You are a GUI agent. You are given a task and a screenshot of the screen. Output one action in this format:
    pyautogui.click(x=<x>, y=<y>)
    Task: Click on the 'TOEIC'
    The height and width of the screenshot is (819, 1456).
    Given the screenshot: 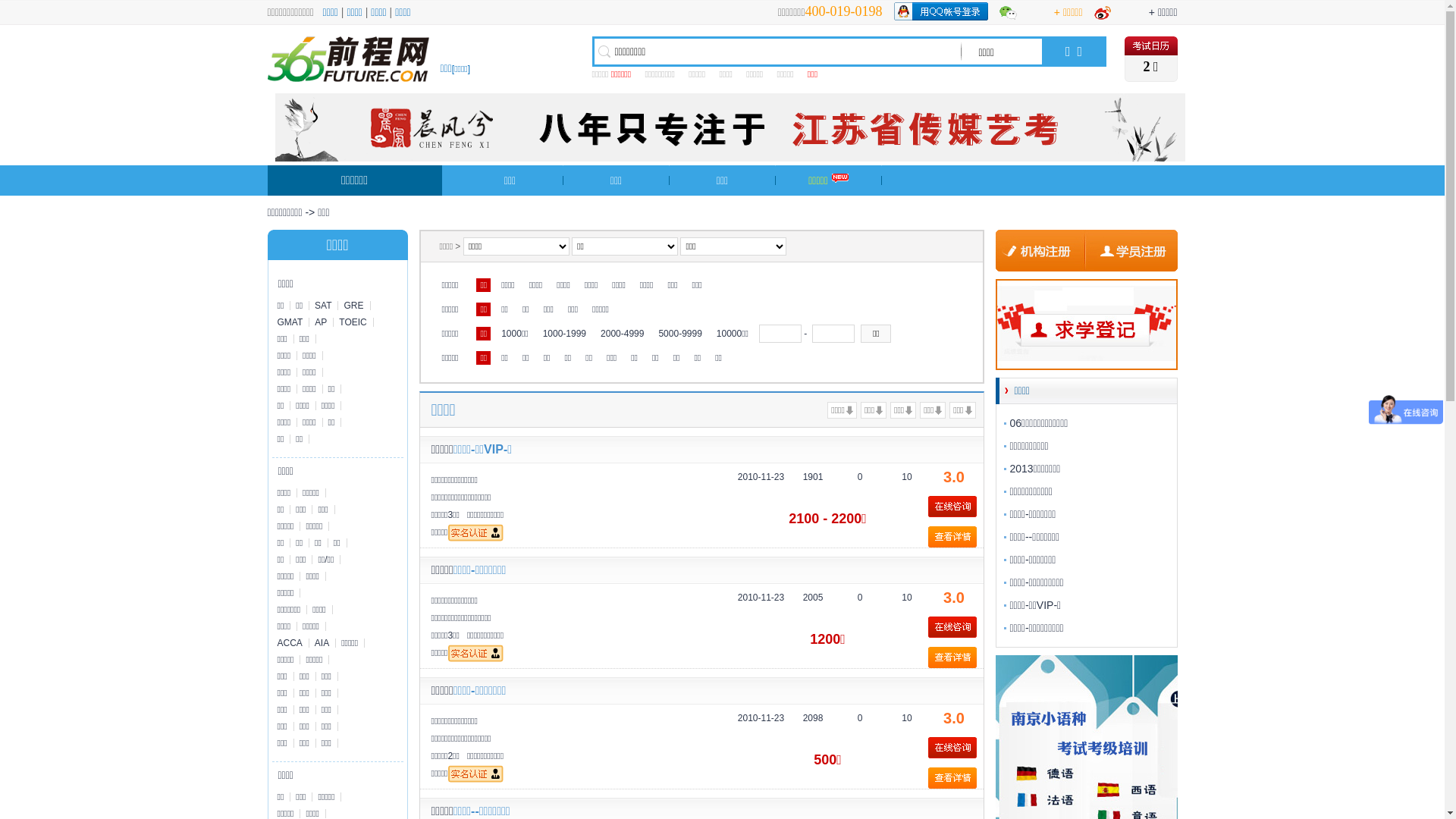 What is the action you would take?
    pyautogui.click(x=352, y=321)
    